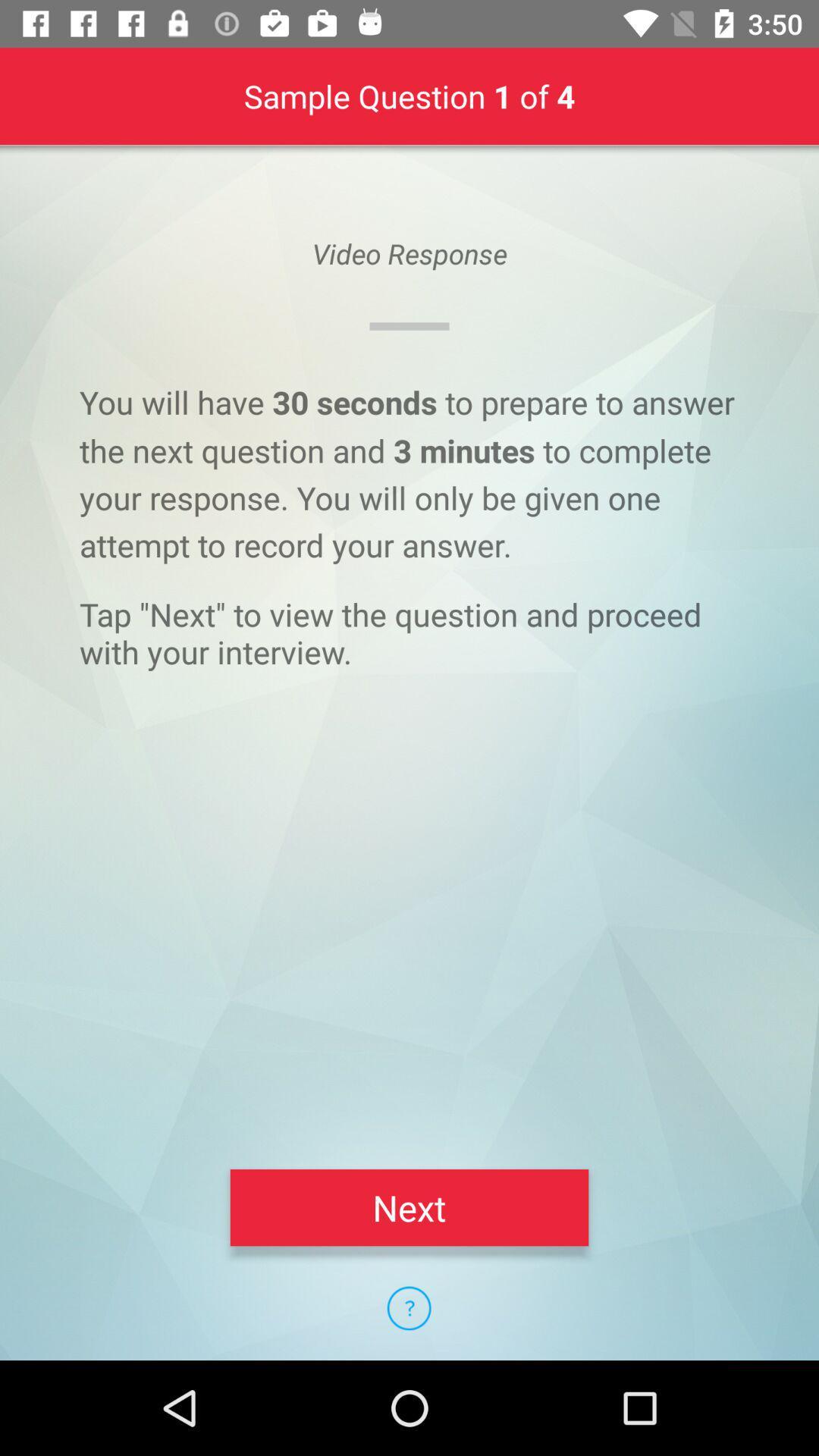 The height and width of the screenshot is (1456, 819). I want to click on the help icon, so click(408, 1307).